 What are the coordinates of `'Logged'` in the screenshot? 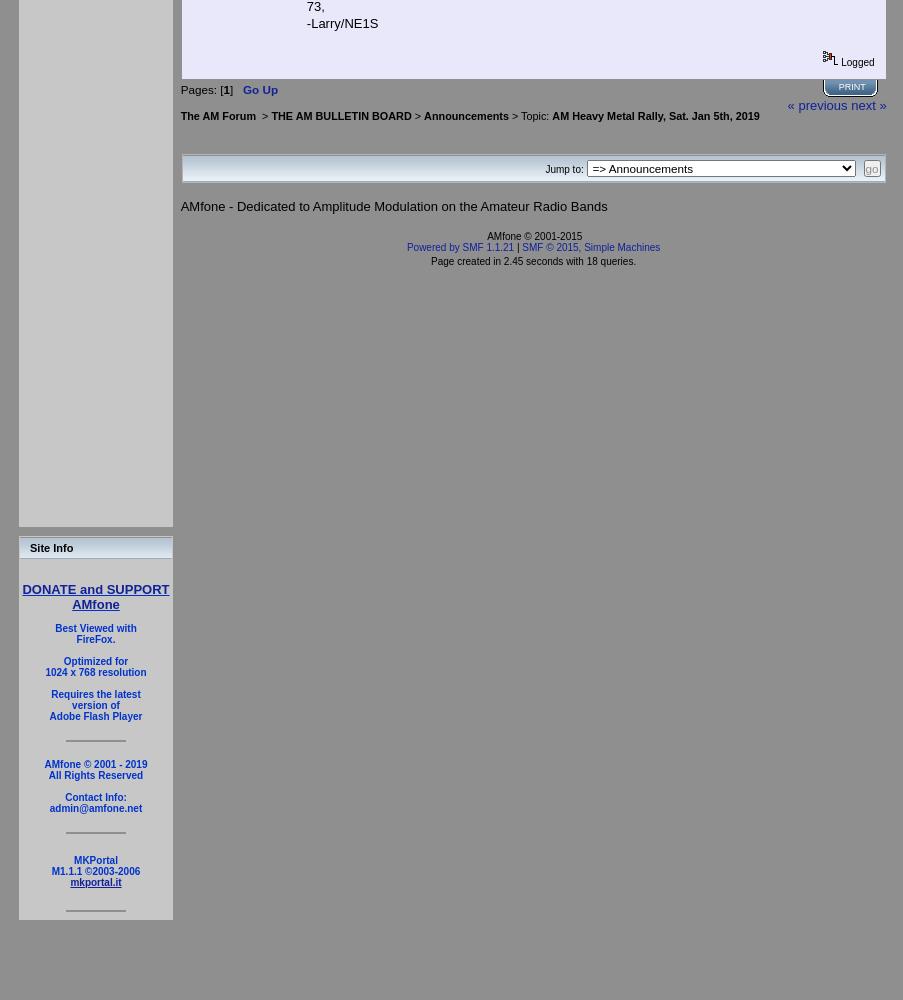 It's located at (856, 62).